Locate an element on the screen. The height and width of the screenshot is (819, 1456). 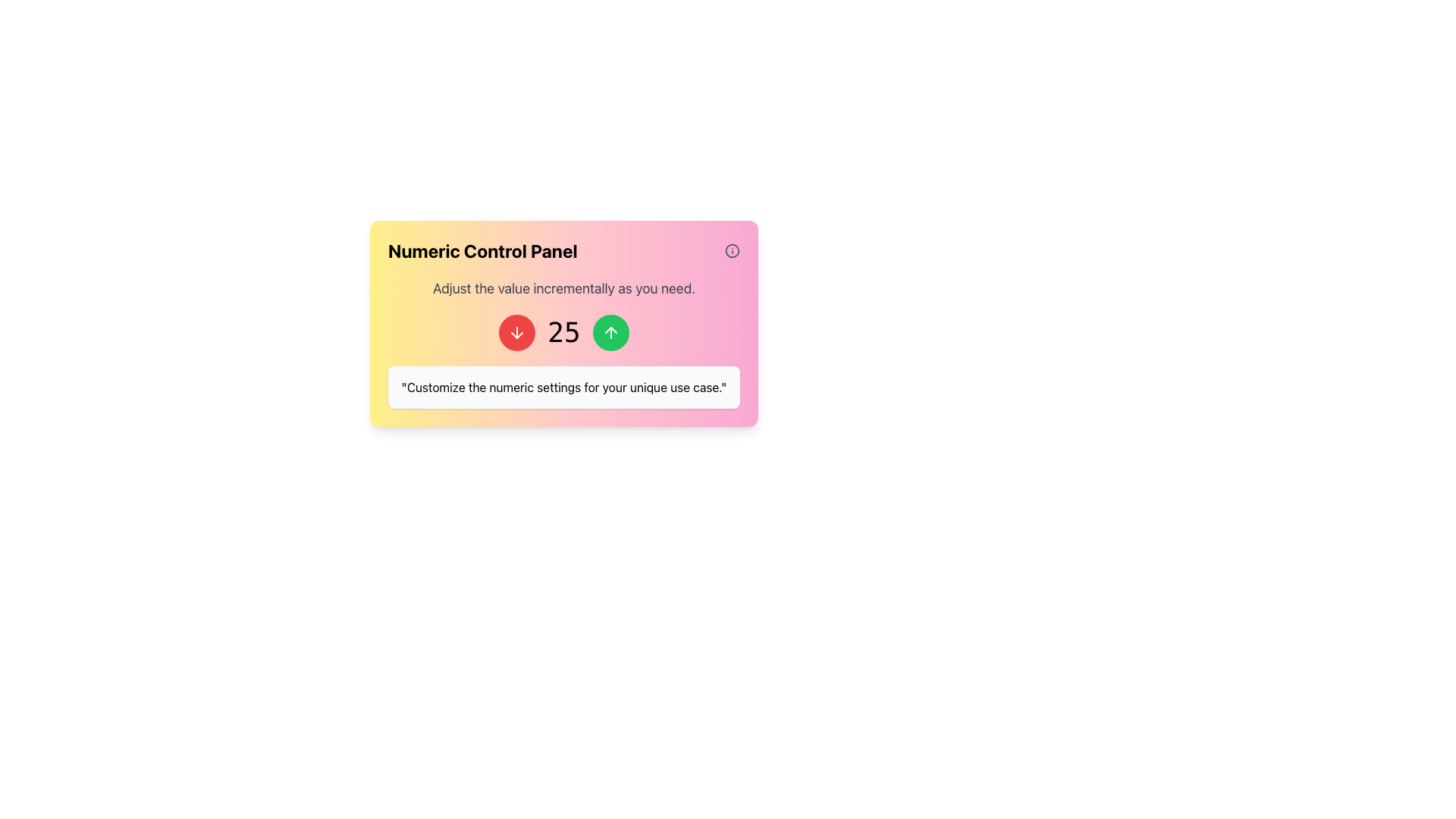
the circular red button with a white downward arrow to decrement the displayed value is located at coordinates (516, 332).